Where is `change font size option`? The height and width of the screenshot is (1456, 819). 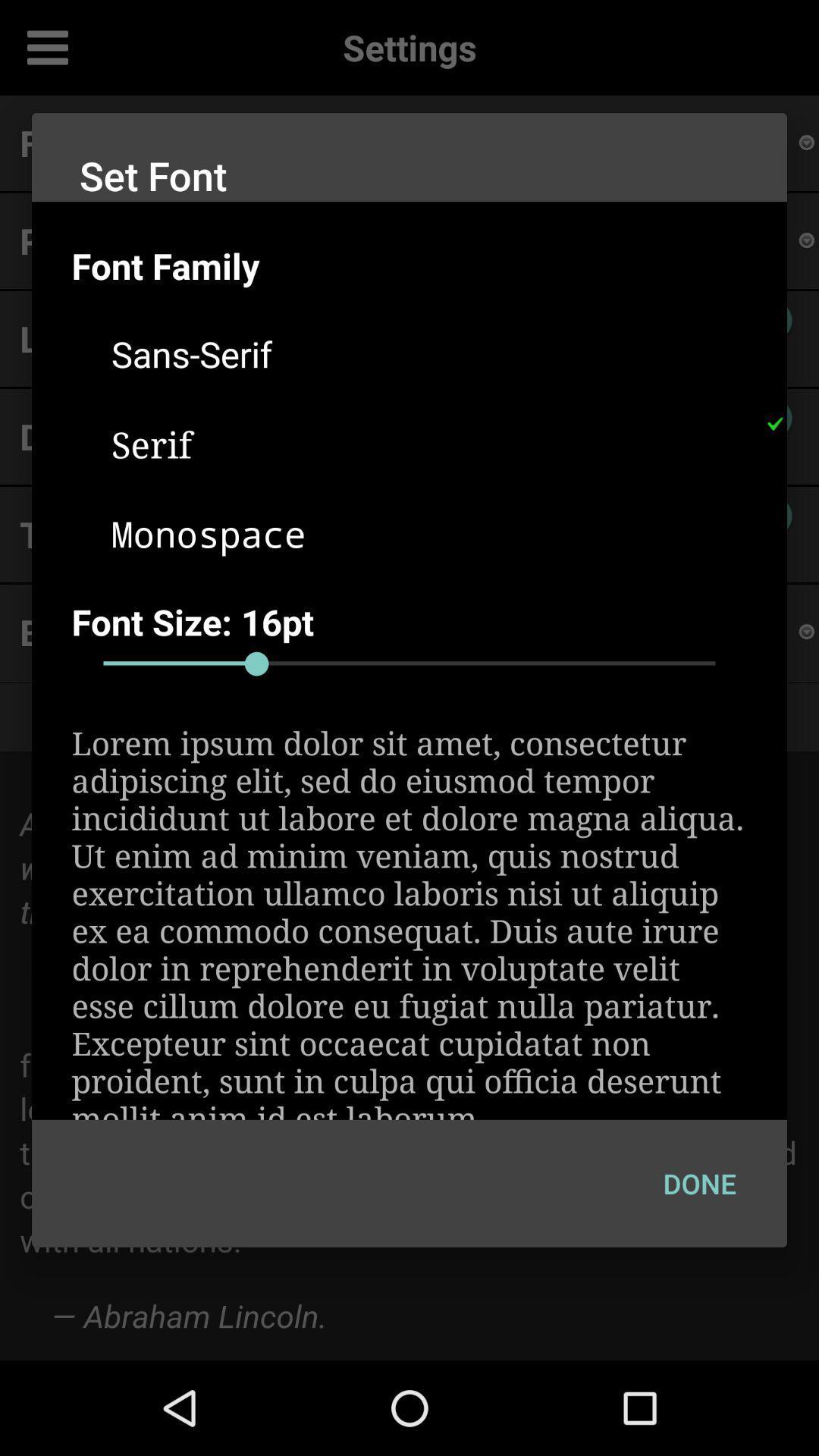 change font size option is located at coordinates (409, 664).